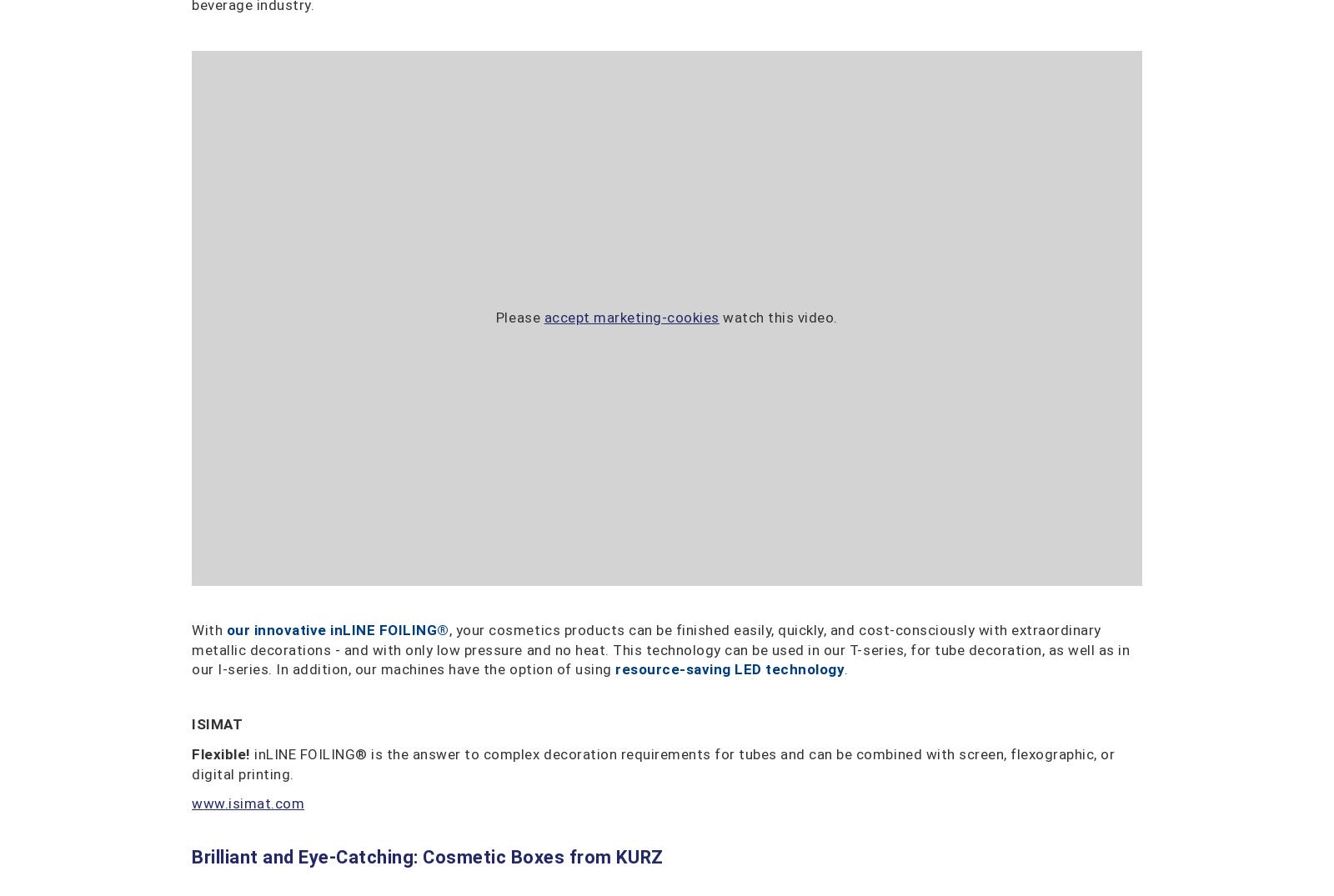 The width and height of the screenshot is (1334, 896). What do you see at coordinates (660, 649) in the screenshot?
I see `', your cosmetics products can be finished easily, quickly, and cost-consciously with extraordinary metallic decorations - and with only low pressure and no heat. This technology can be used in our T-series, for tube decoration, as well as in our I-series. In addition, our machines have the option of using'` at bounding box center [660, 649].